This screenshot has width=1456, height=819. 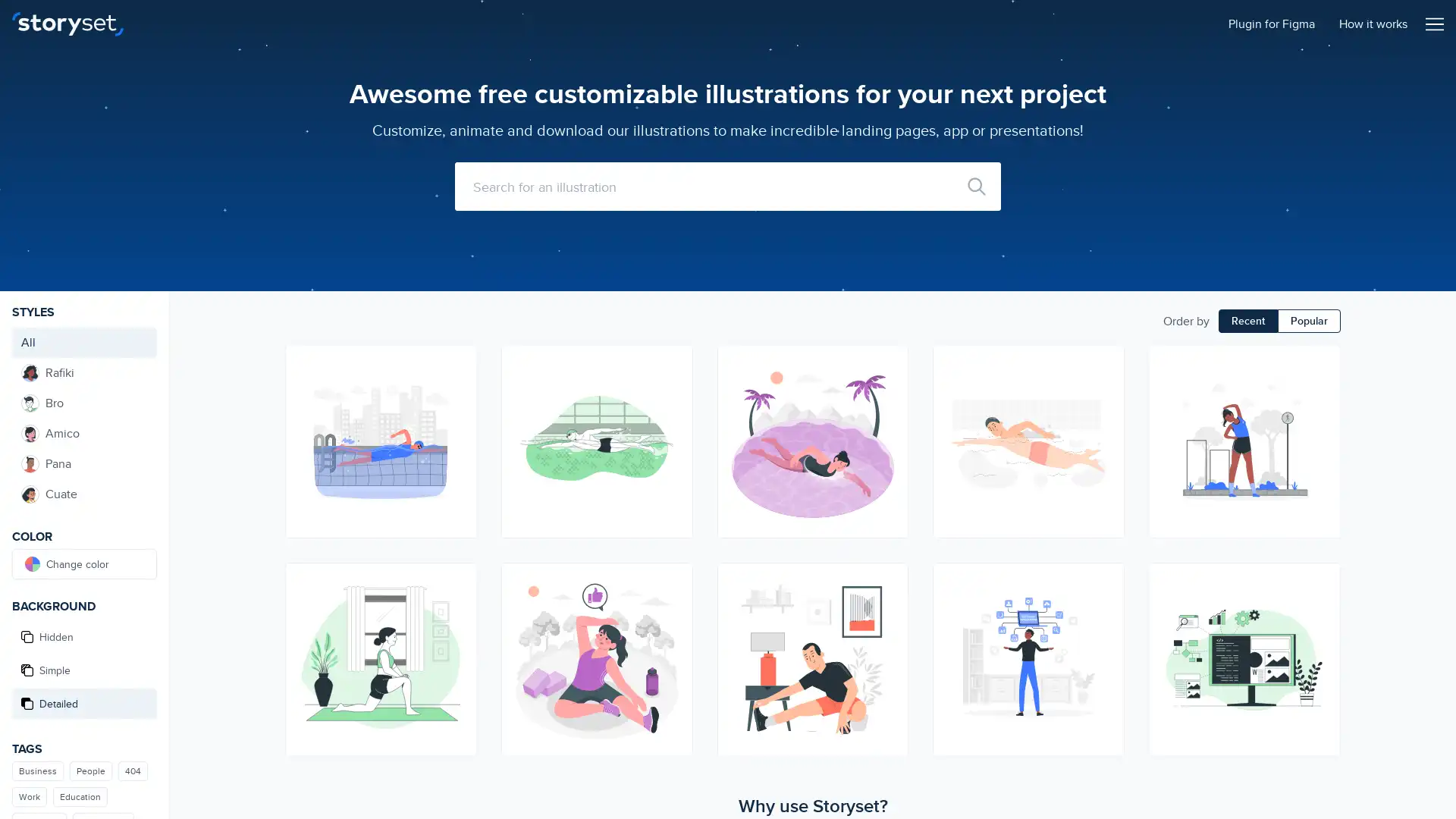 What do you see at coordinates (457, 607) in the screenshot?
I see `download icon Download` at bounding box center [457, 607].